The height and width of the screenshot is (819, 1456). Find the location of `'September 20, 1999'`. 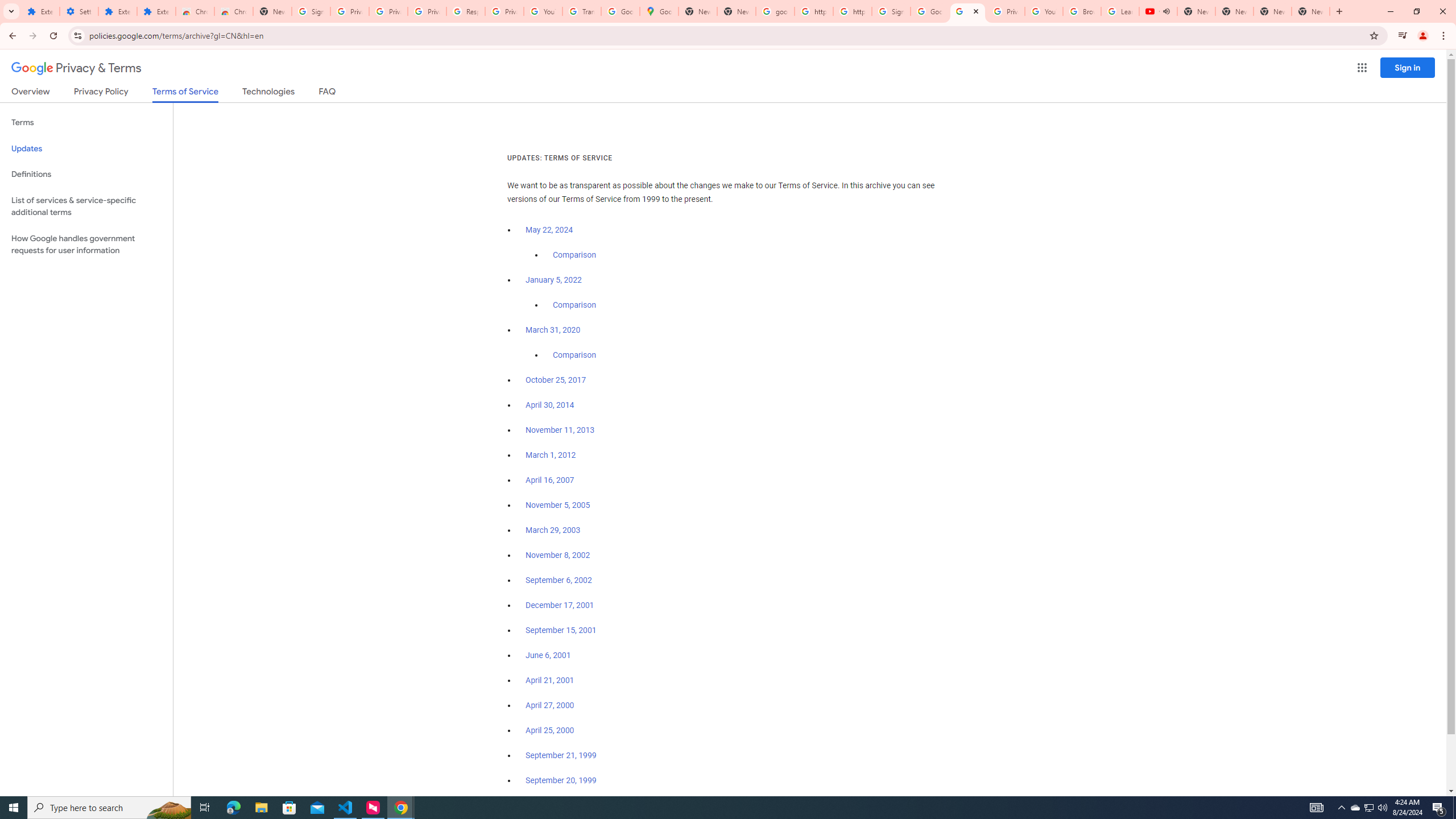

'September 20, 1999' is located at coordinates (561, 780).